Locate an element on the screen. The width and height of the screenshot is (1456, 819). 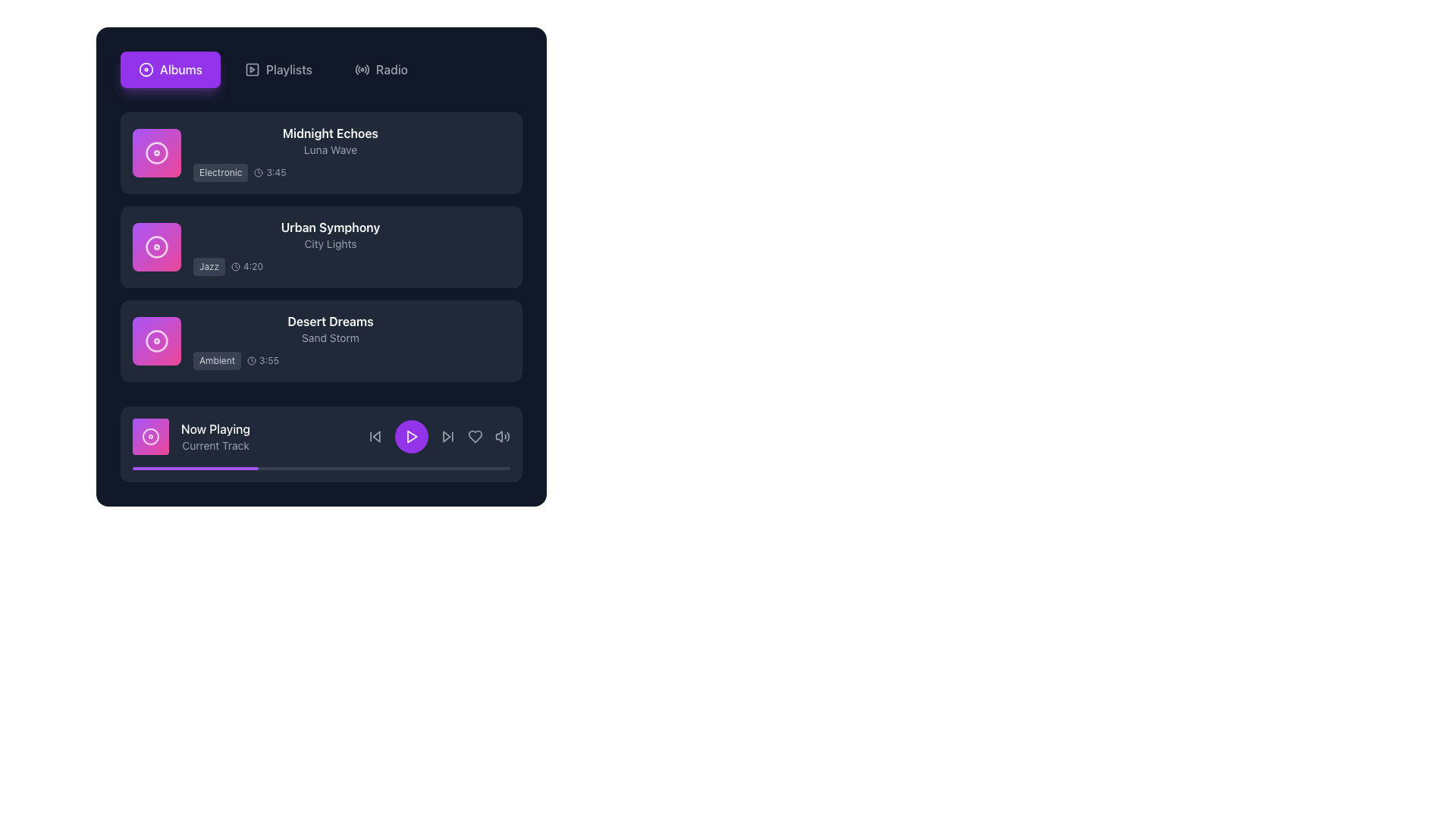
the circular graphical element that indicates timestamp or duration for 'Midnight Echoes', located to the left of the '3:45' text is located at coordinates (259, 171).